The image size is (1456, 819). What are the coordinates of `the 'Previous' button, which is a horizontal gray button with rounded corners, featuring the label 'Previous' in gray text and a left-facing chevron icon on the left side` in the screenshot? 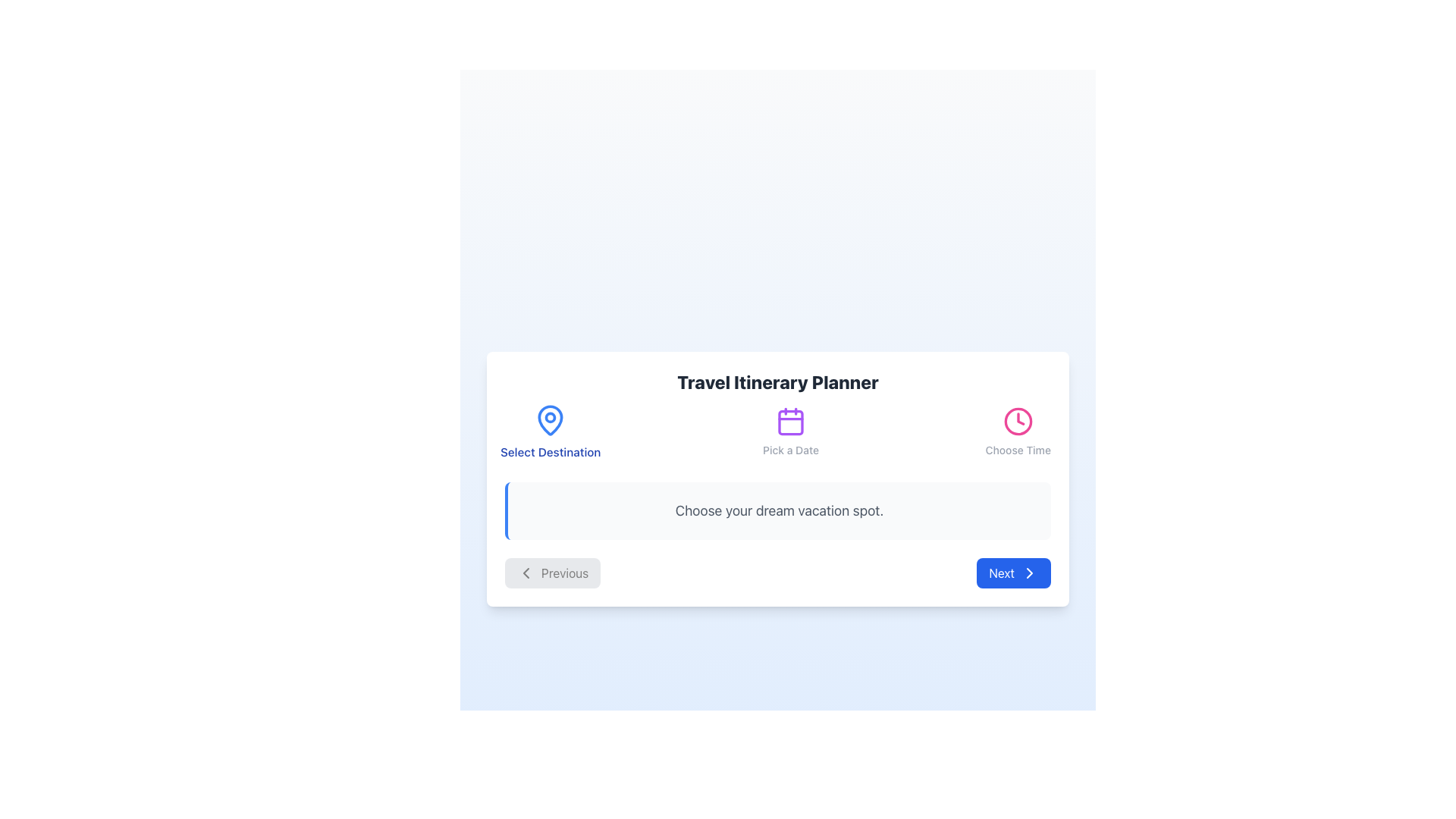 It's located at (552, 573).